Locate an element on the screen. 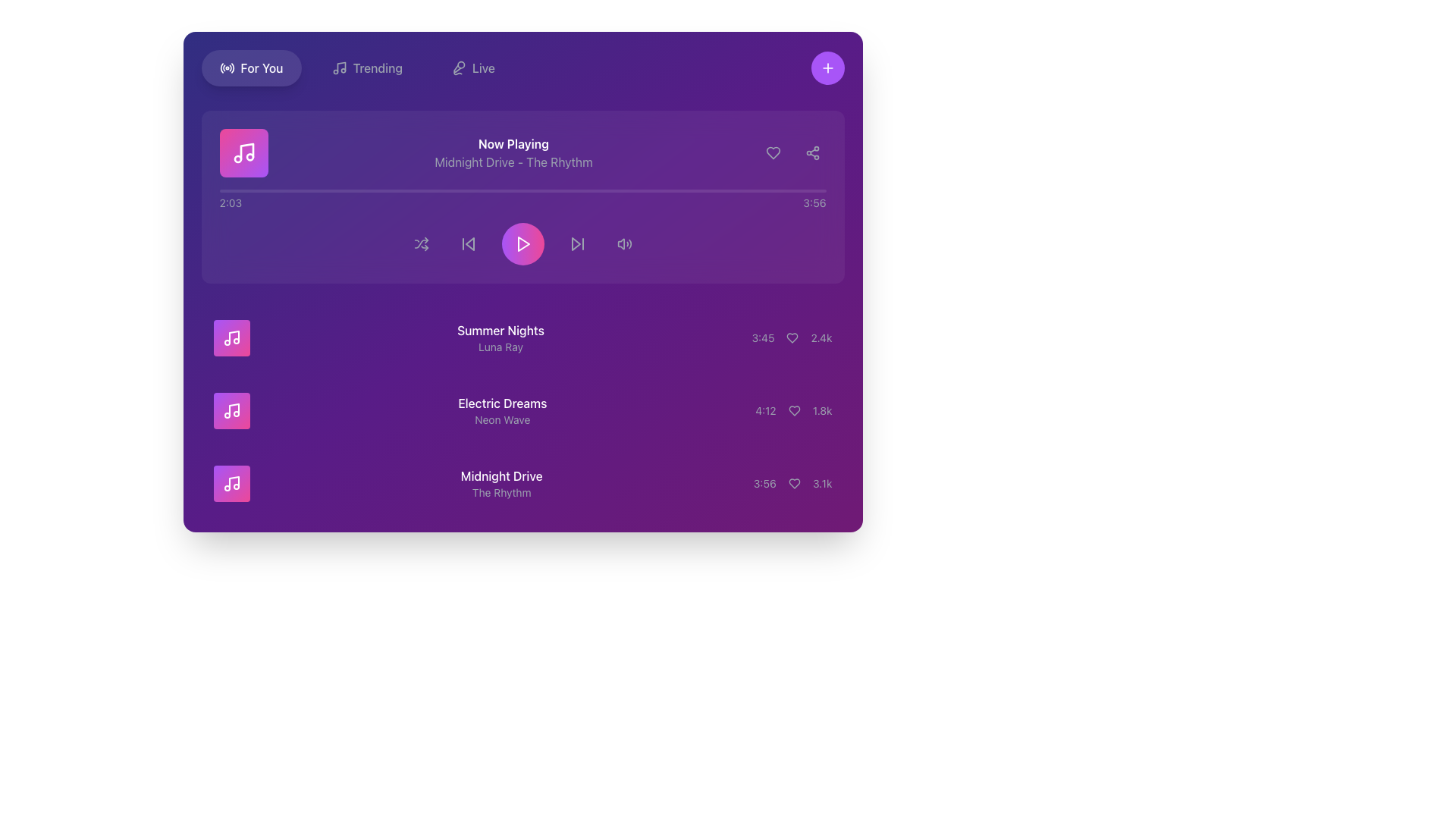  the triangular 'Play' button icon located in the circular gradient background is located at coordinates (522, 243).